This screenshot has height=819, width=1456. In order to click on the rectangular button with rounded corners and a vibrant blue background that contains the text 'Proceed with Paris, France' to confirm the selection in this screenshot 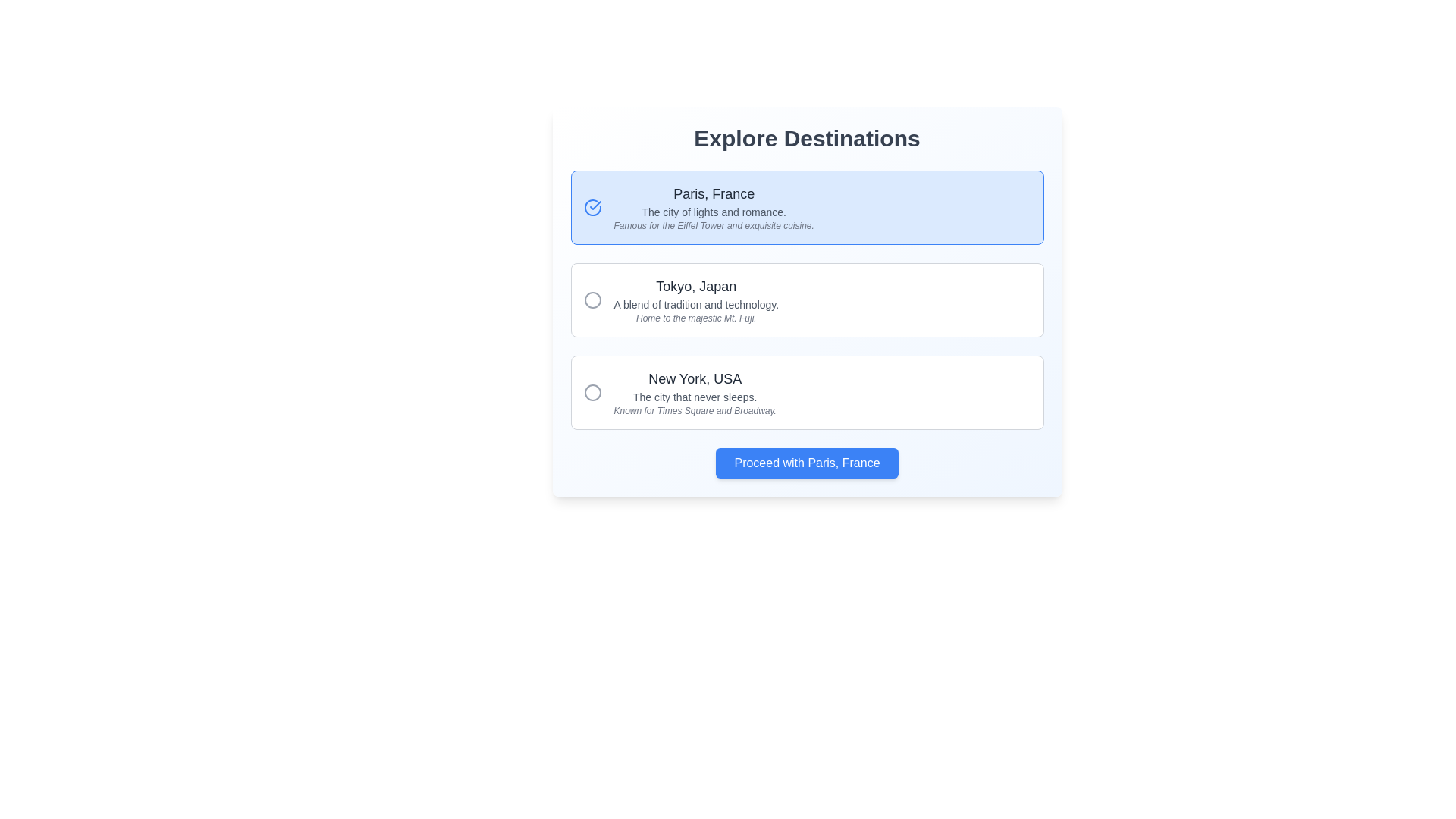, I will do `click(806, 462)`.